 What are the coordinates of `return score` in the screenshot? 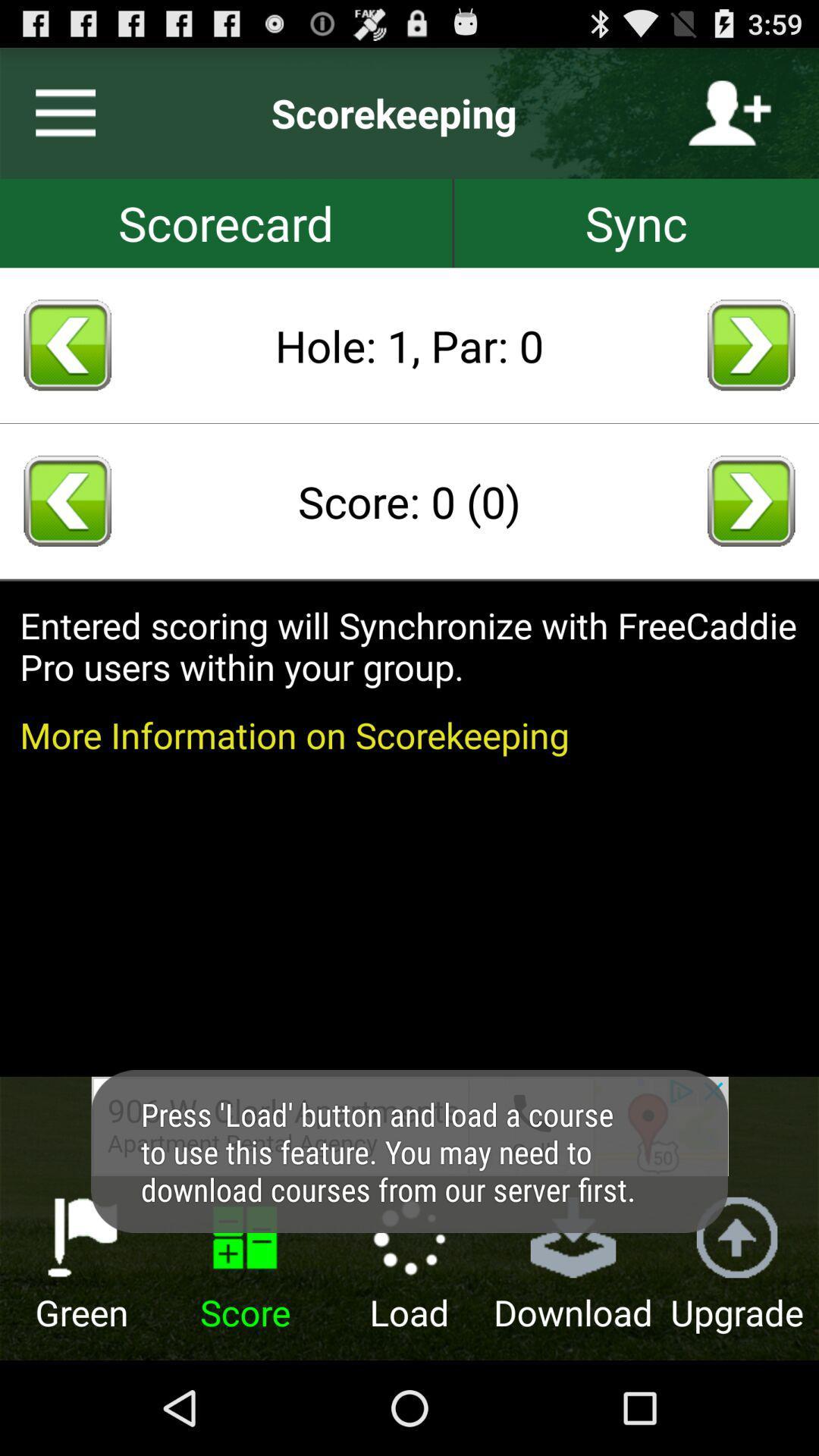 It's located at (67, 500).